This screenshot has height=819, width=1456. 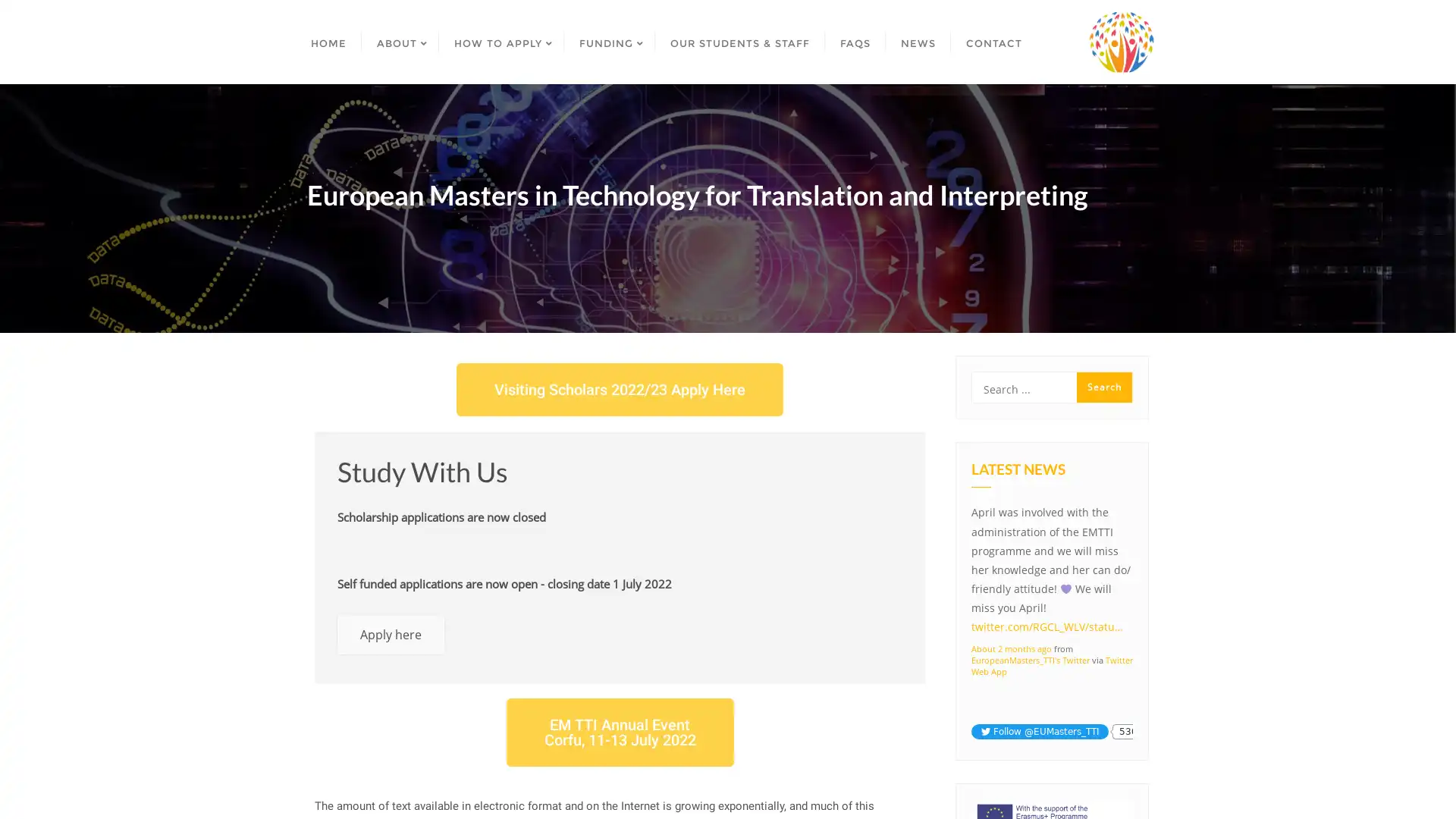 What do you see at coordinates (1104, 386) in the screenshot?
I see `Search` at bounding box center [1104, 386].